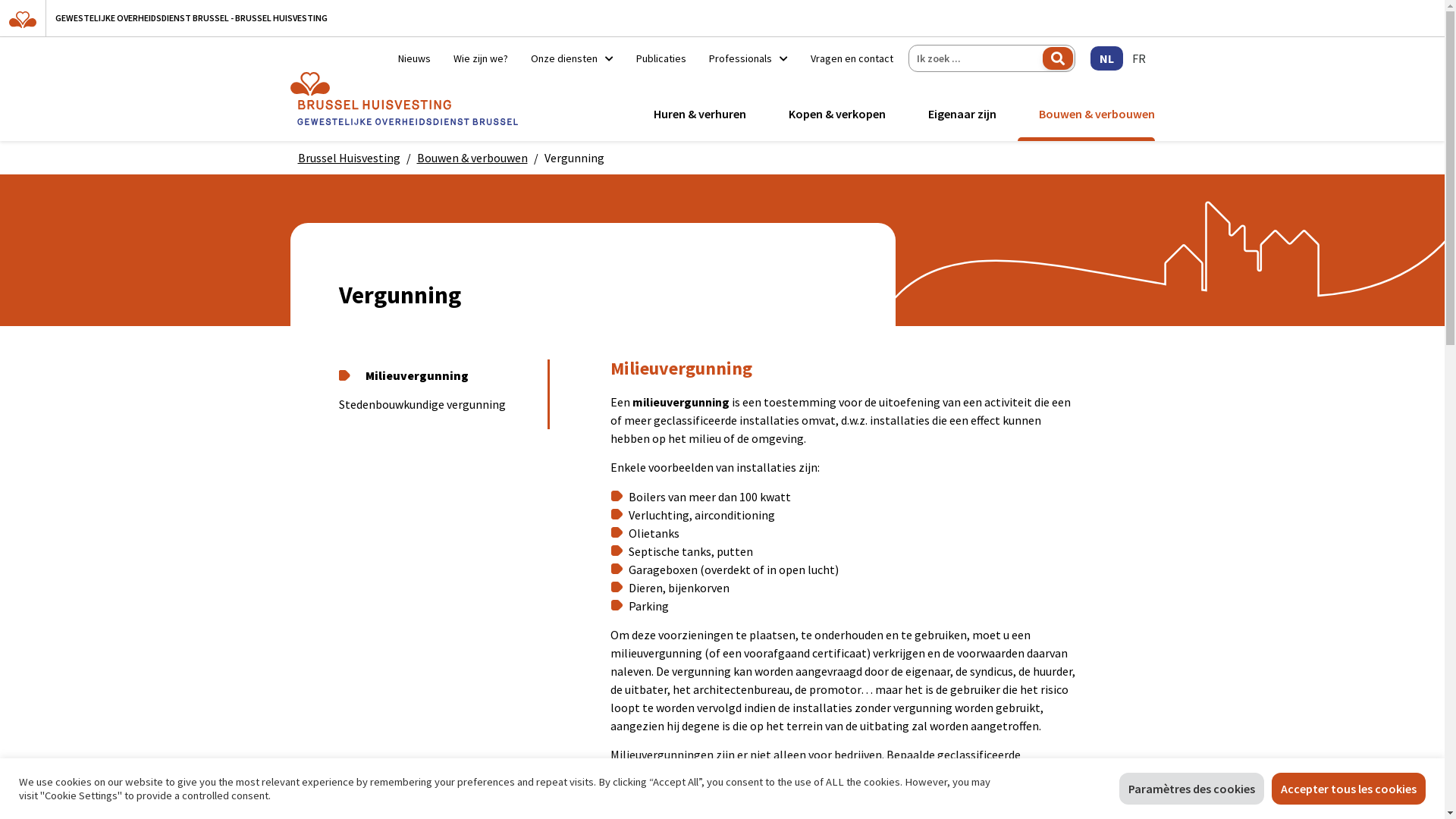 This screenshot has height=819, width=1456. What do you see at coordinates (479, 58) in the screenshot?
I see `'Wie zijn we?'` at bounding box center [479, 58].